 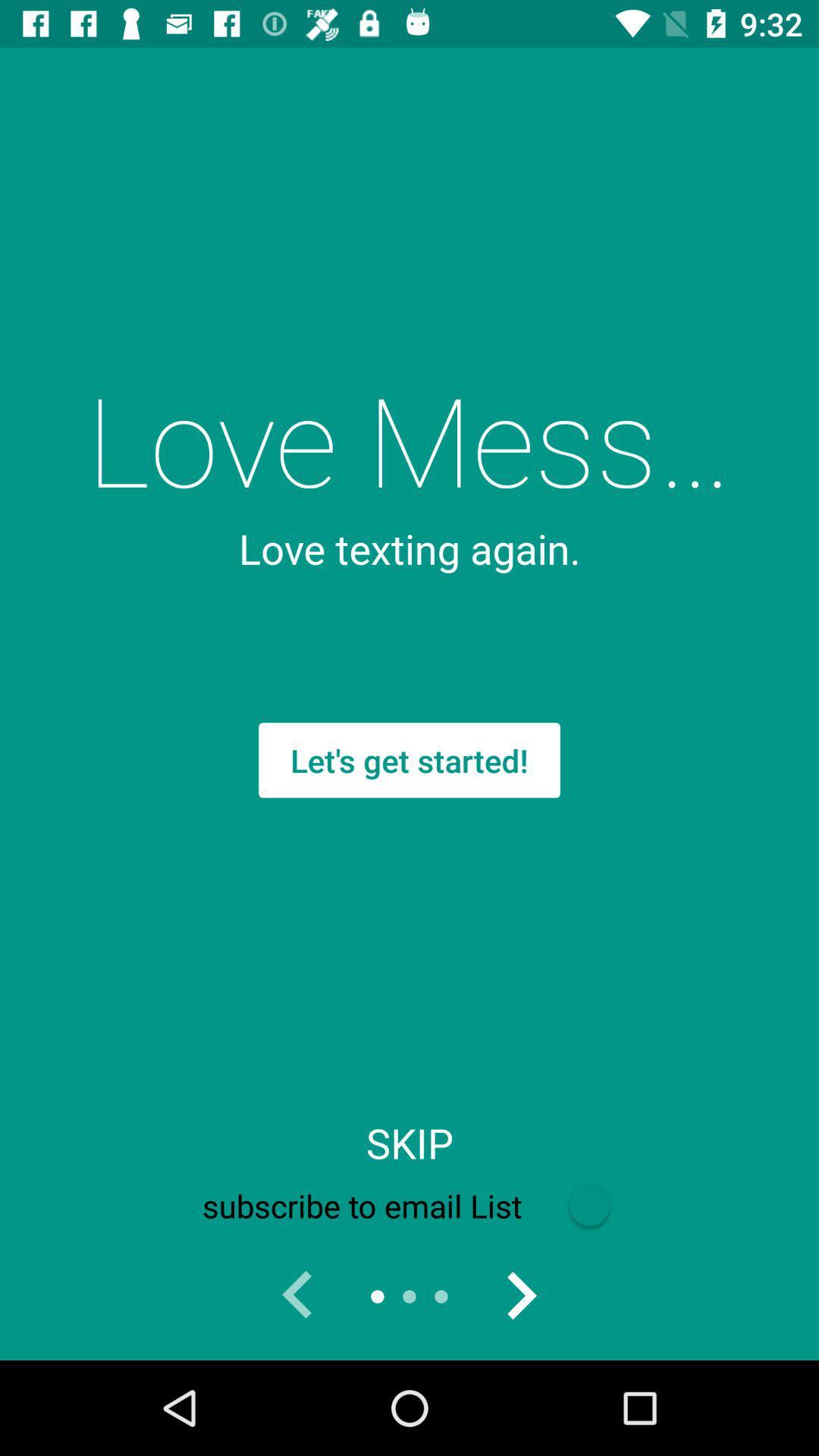 I want to click on the item above subscribe to email, so click(x=409, y=1143).